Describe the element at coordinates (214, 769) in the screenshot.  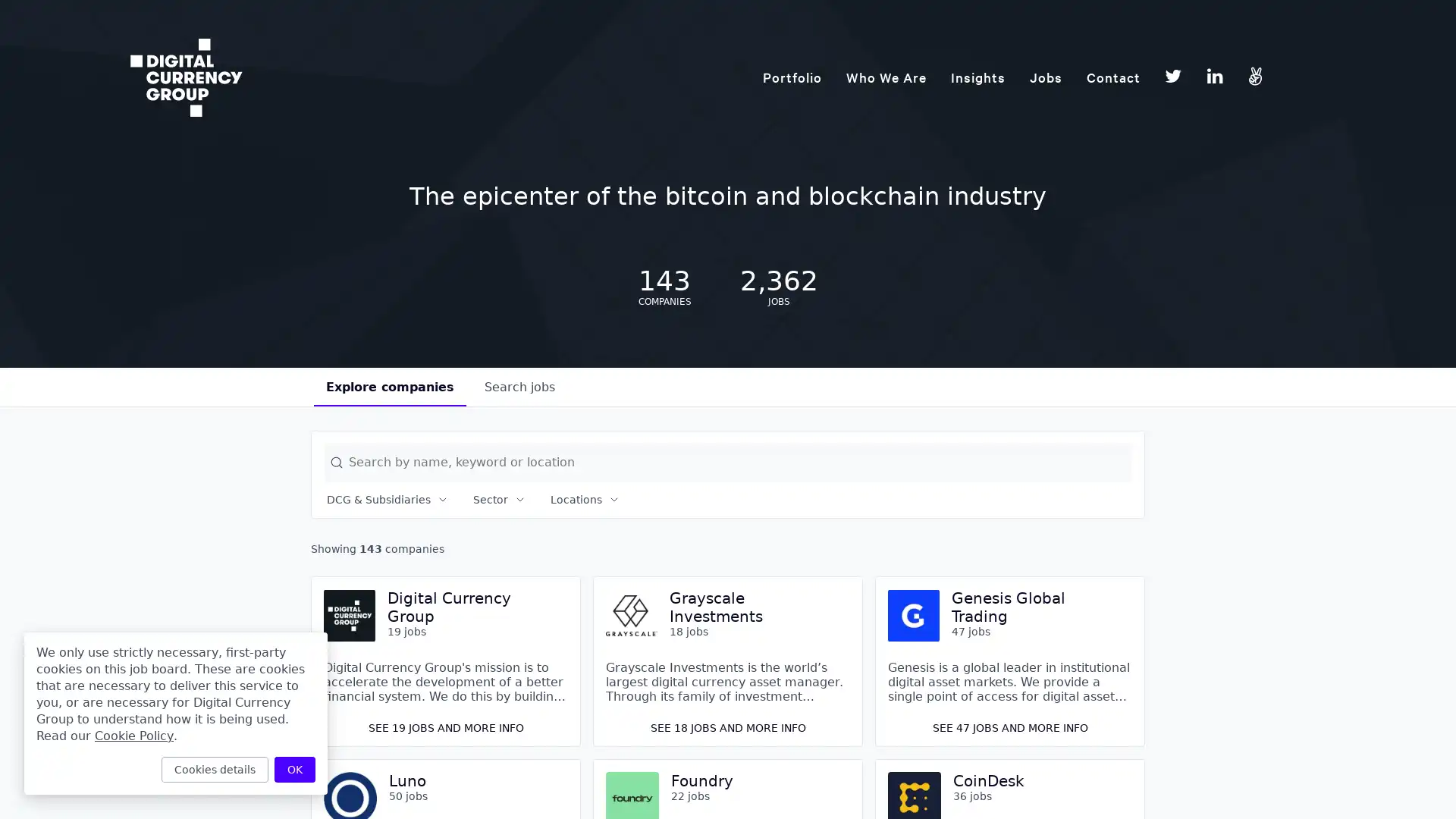
I see `Cookies details` at that location.